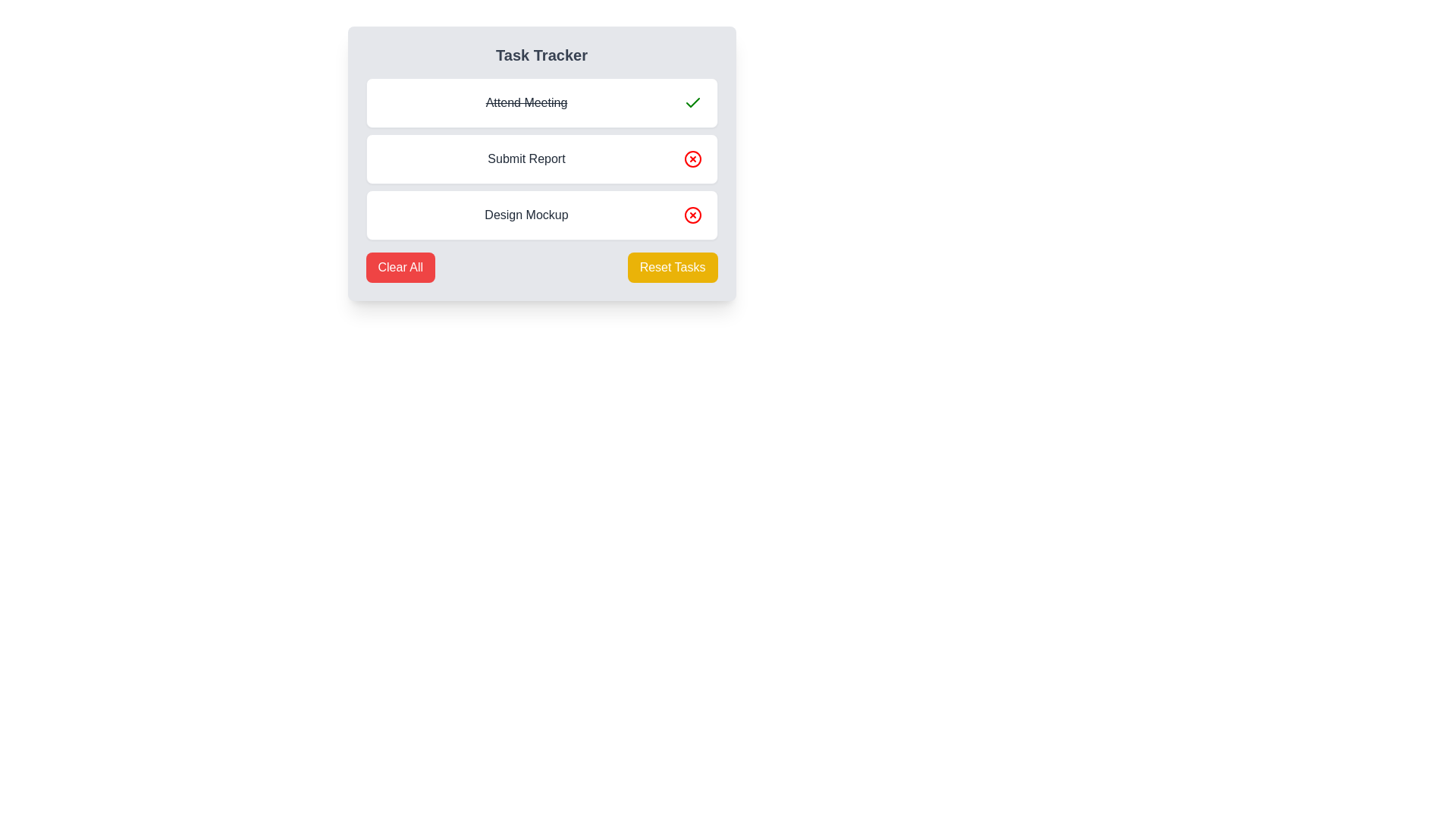 The width and height of the screenshot is (1456, 819). What do you see at coordinates (692, 102) in the screenshot?
I see `the checkmark icon located at the top-right corner of the 'Attend Meeting' task field in the Task Tracker module to indicate task completion` at bounding box center [692, 102].